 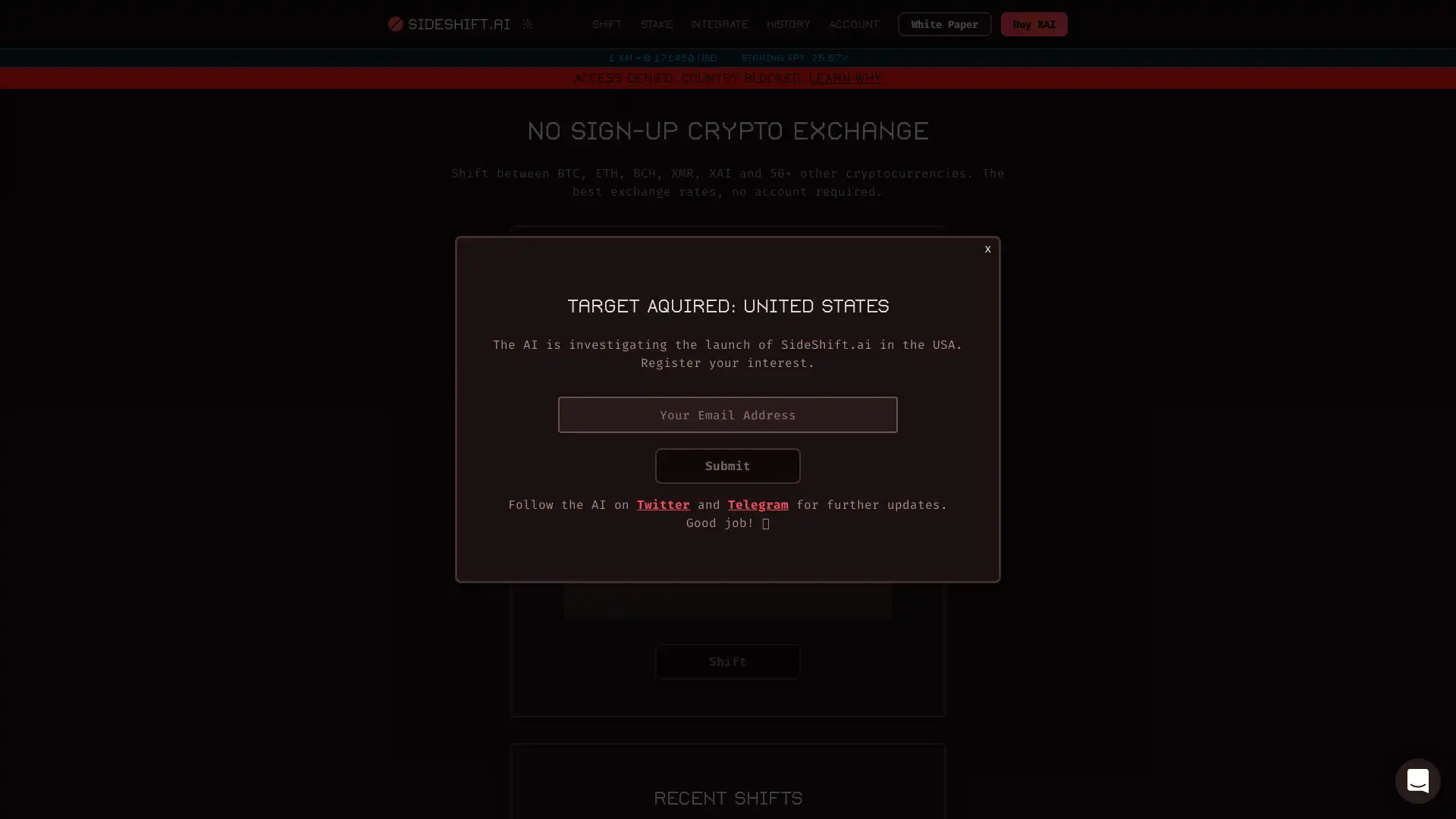 I want to click on You receive ETH, so click(x=819, y=407).